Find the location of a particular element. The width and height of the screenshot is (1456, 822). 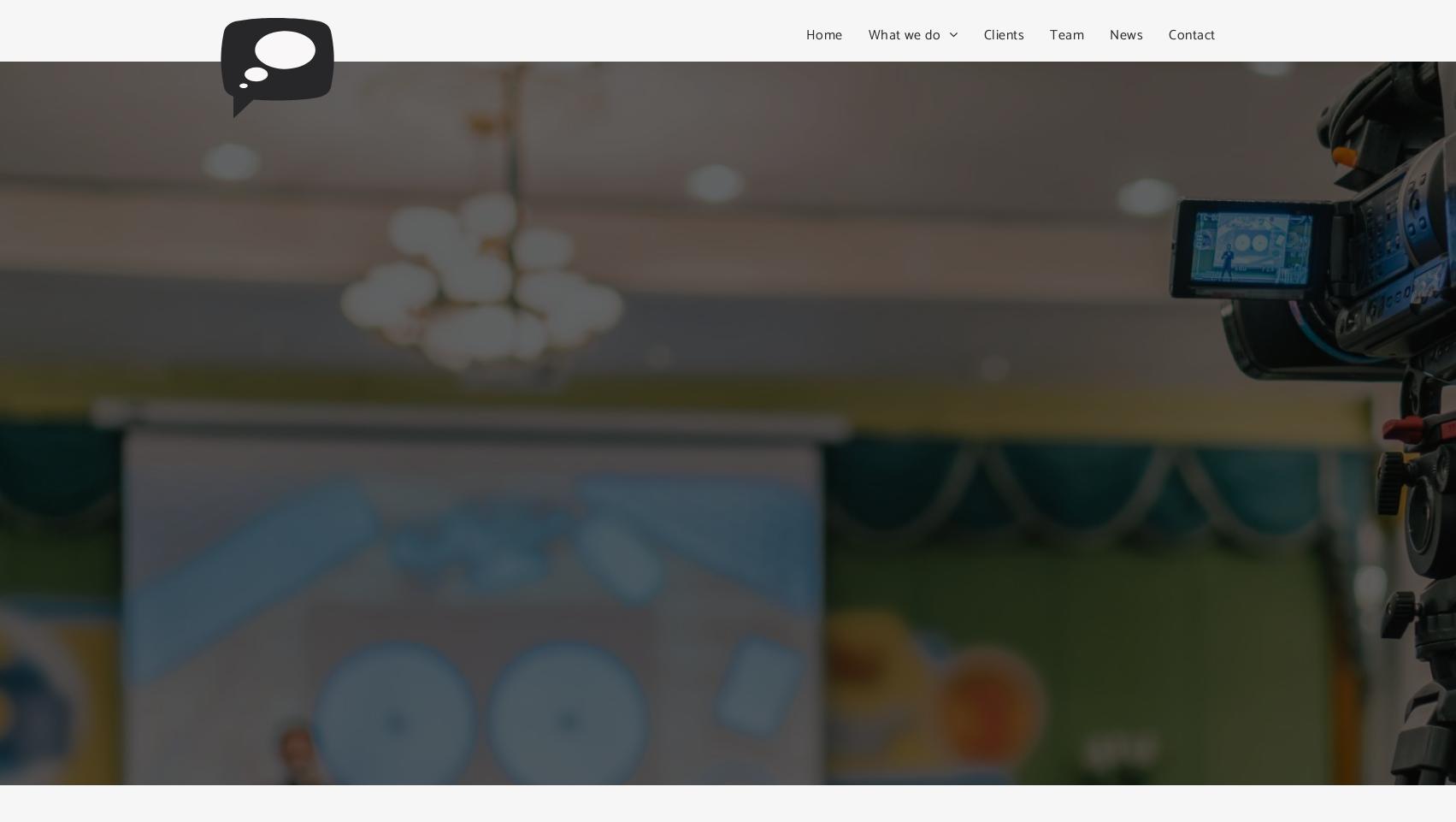

'Live Streaming' is located at coordinates (924, 115).